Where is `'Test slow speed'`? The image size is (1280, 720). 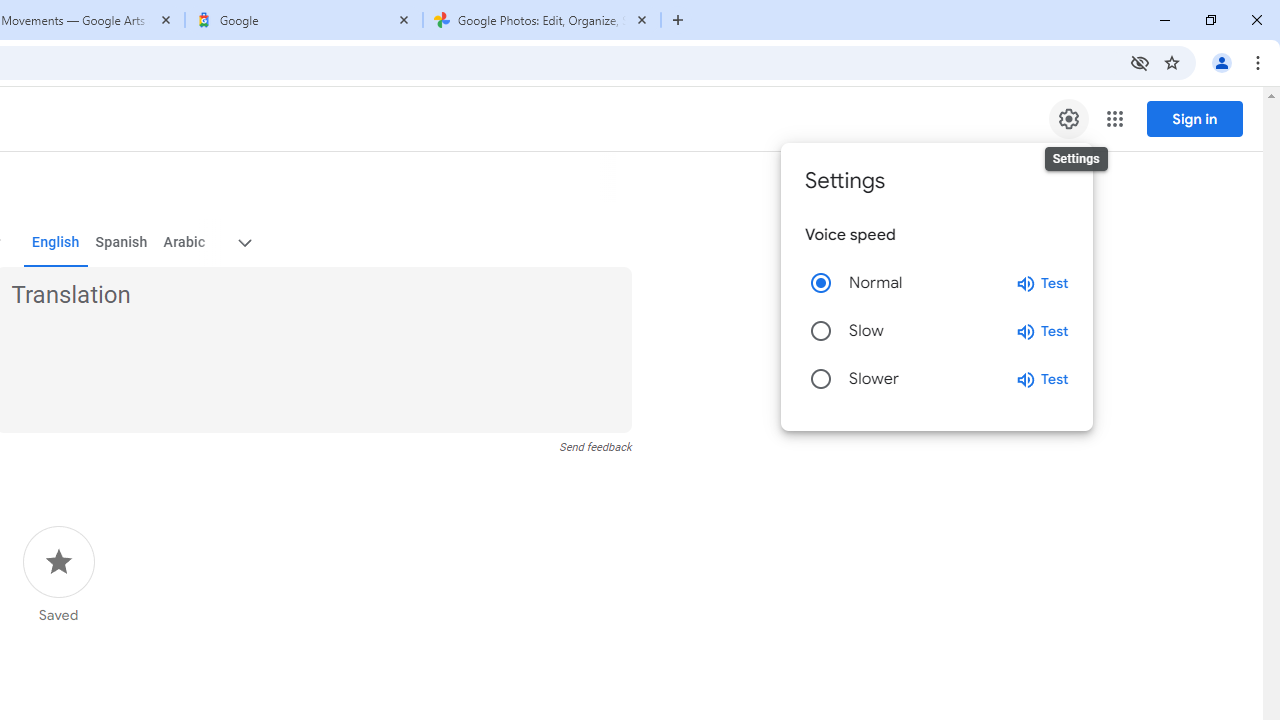 'Test slow speed' is located at coordinates (1040, 330).